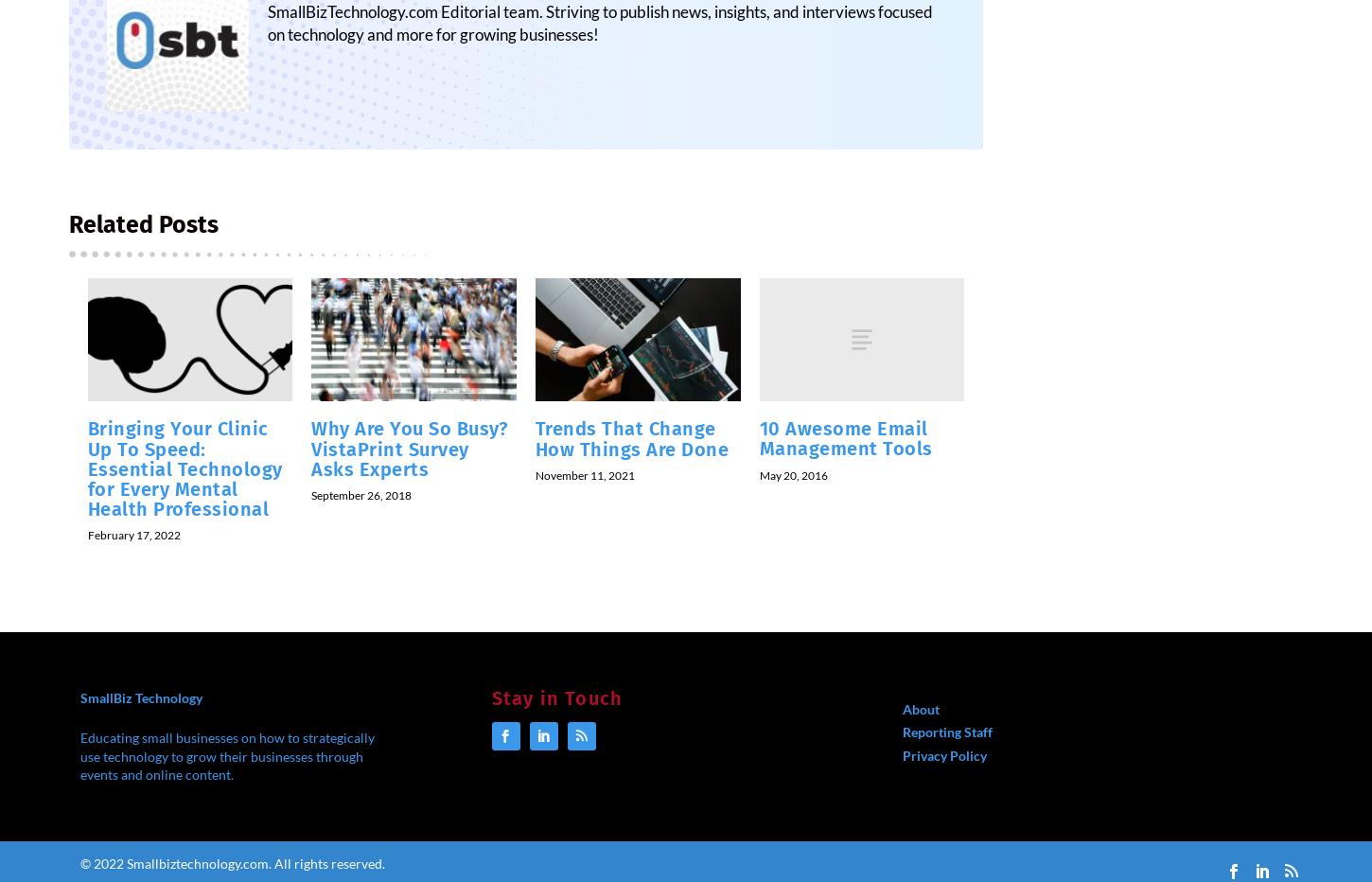 This screenshot has width=1372, height=882. I want to click on 'September 26, 2018', so click(311, 506).